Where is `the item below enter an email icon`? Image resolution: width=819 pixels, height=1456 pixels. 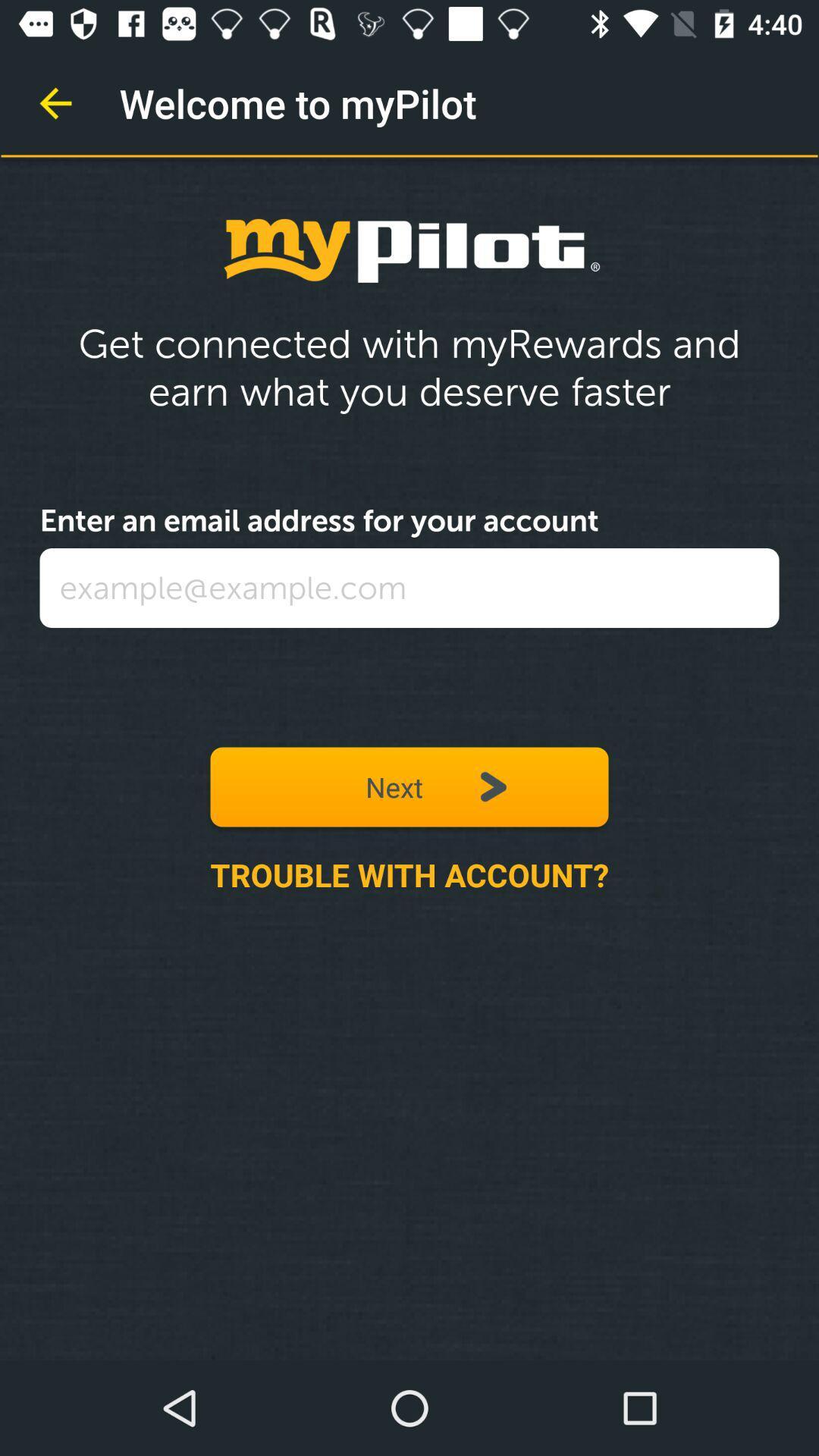 the item below enter an email icon is located at coordinates (409, 587).